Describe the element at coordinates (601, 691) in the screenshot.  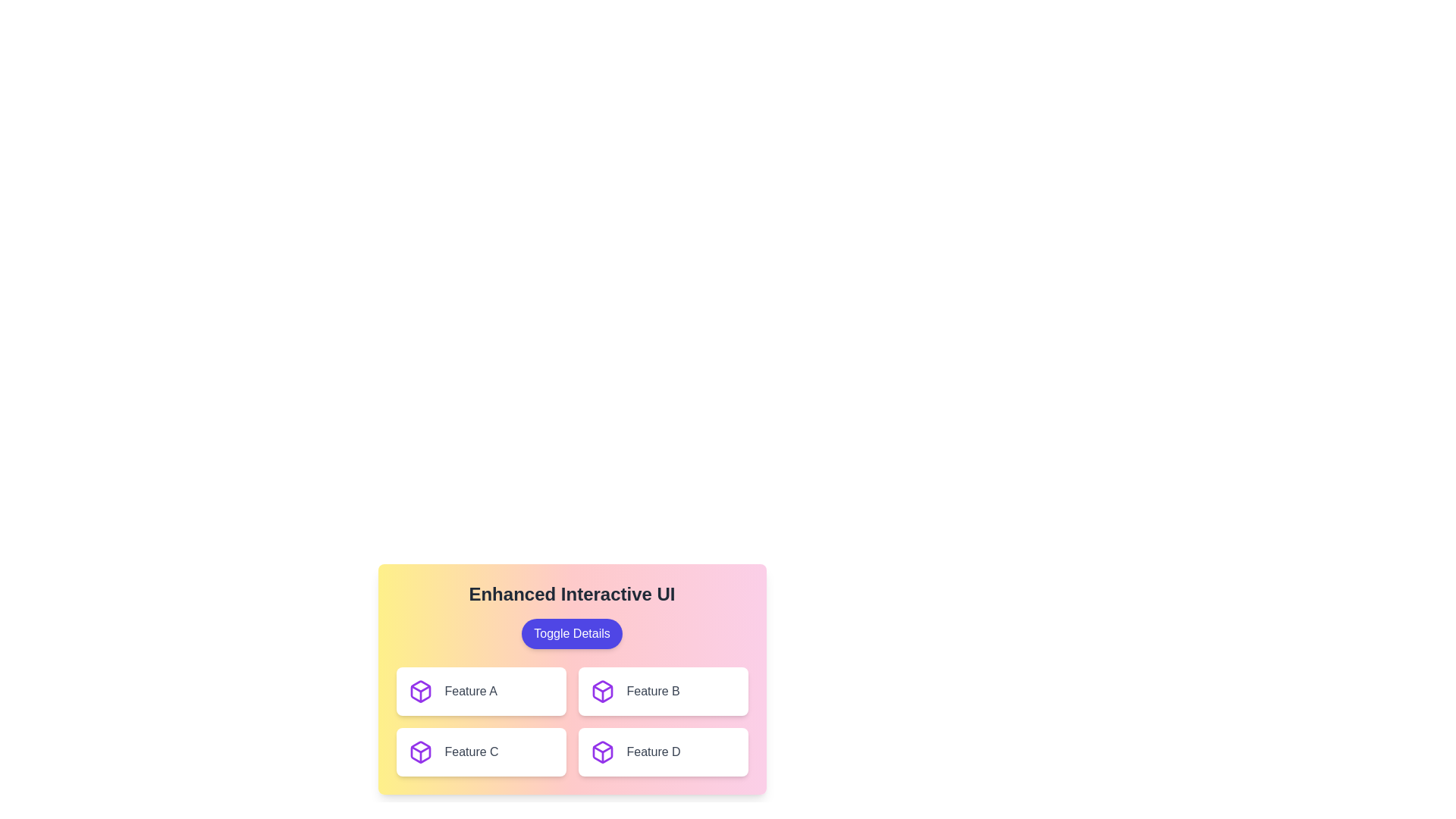
I see `the purple-colored cube-shaped icon in the top-right card of the 2x2 grid layout, associated with the text label 'Feature B'` at that location.